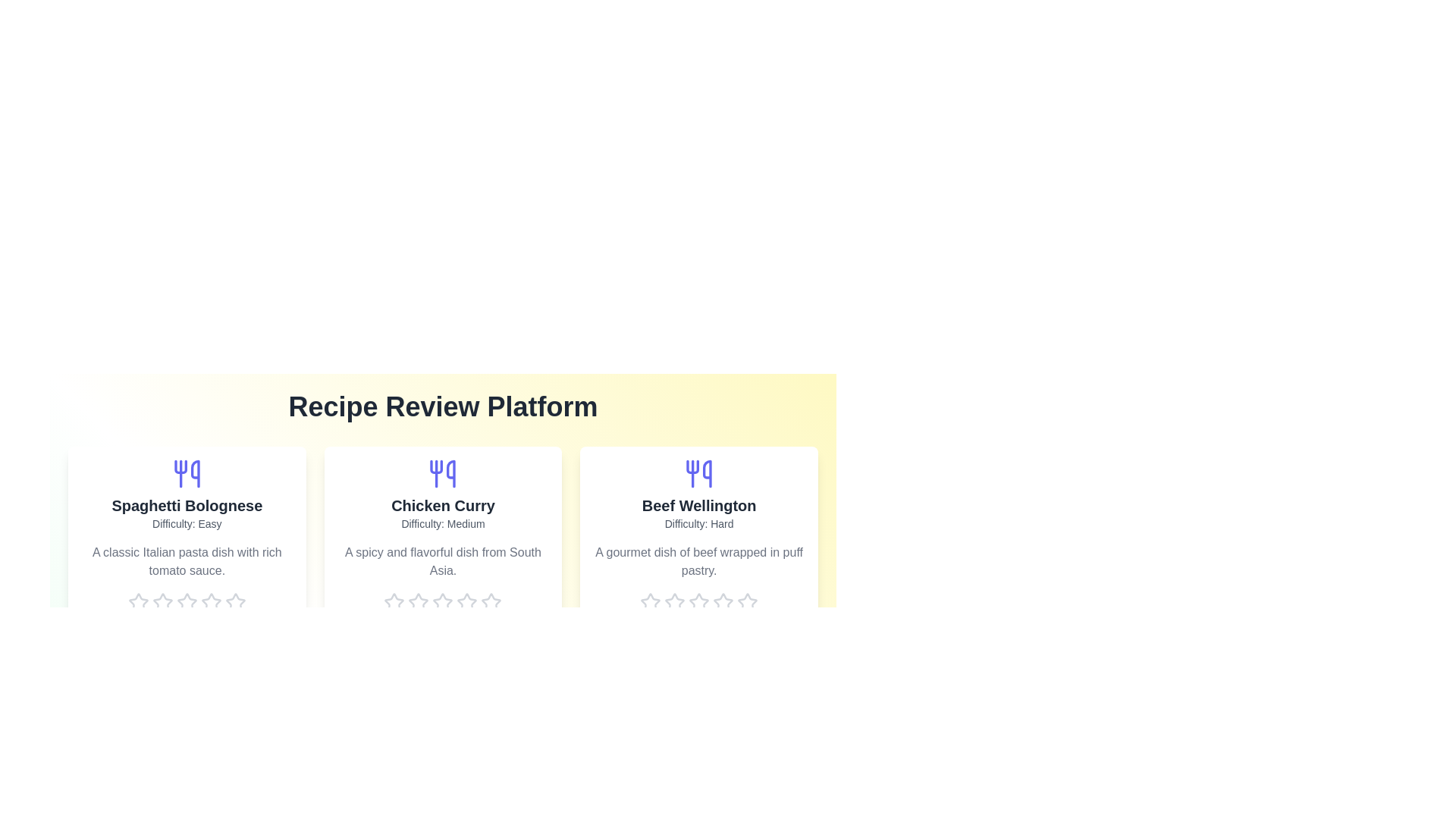 The image size is (1456, 819). Describe the element at coordinates (442, 548) in the screenshot. I see `the recipe card for Chicken Curry` at that location.